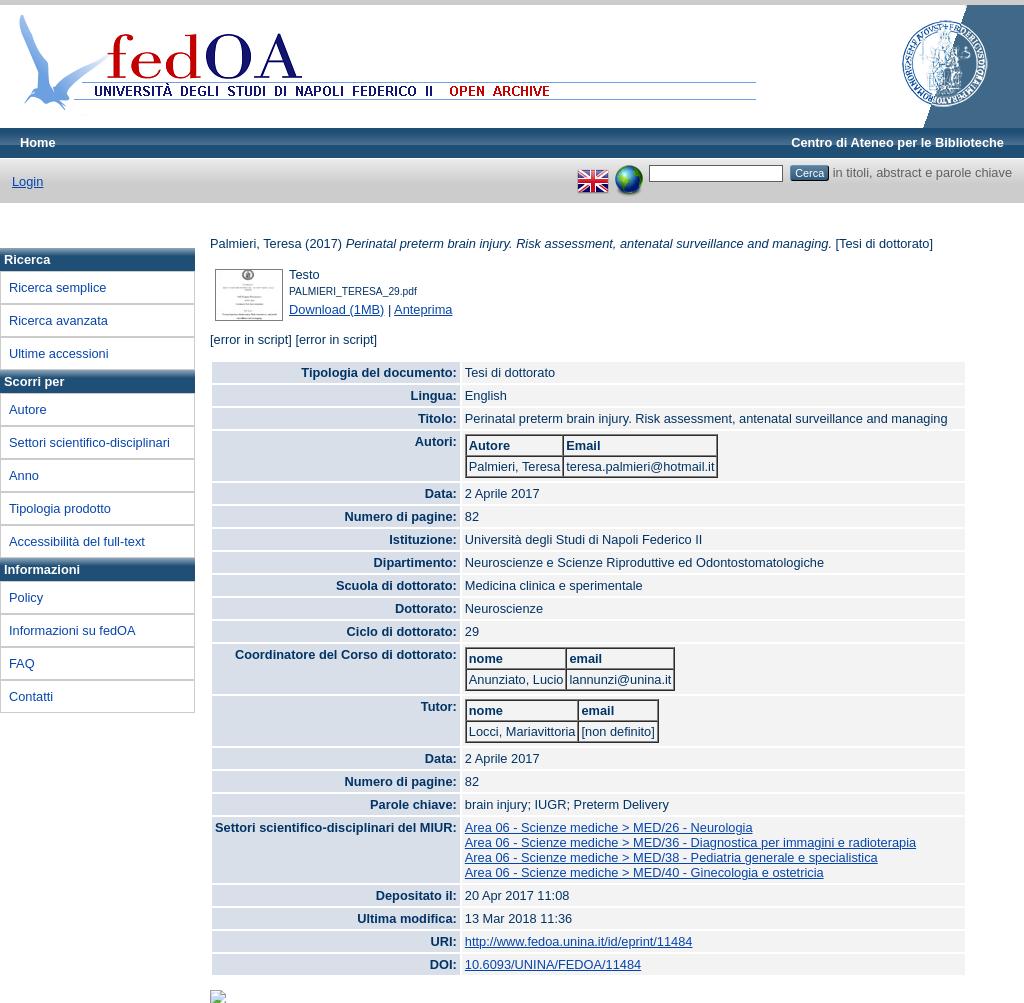 This screenshot has width=1024, height=1003. Describe the element at coordinates (27, 259) in the screenshot. I see `'Ricerca'` at that location.